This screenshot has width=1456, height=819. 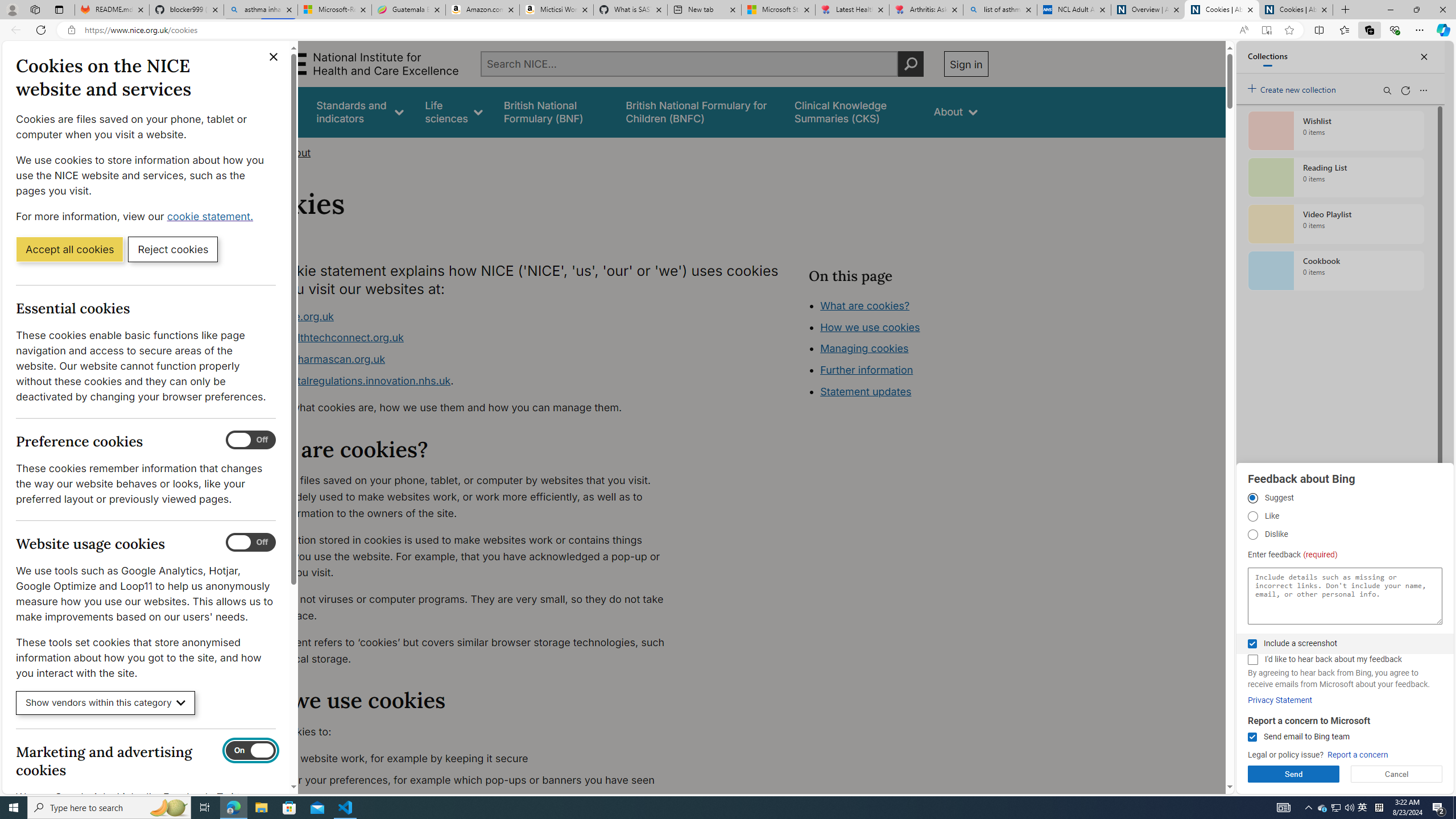 What do you see at coordinates (864, 392) in the screenshot?
I see `'Statement updates'` at bounding box center [864, 392].